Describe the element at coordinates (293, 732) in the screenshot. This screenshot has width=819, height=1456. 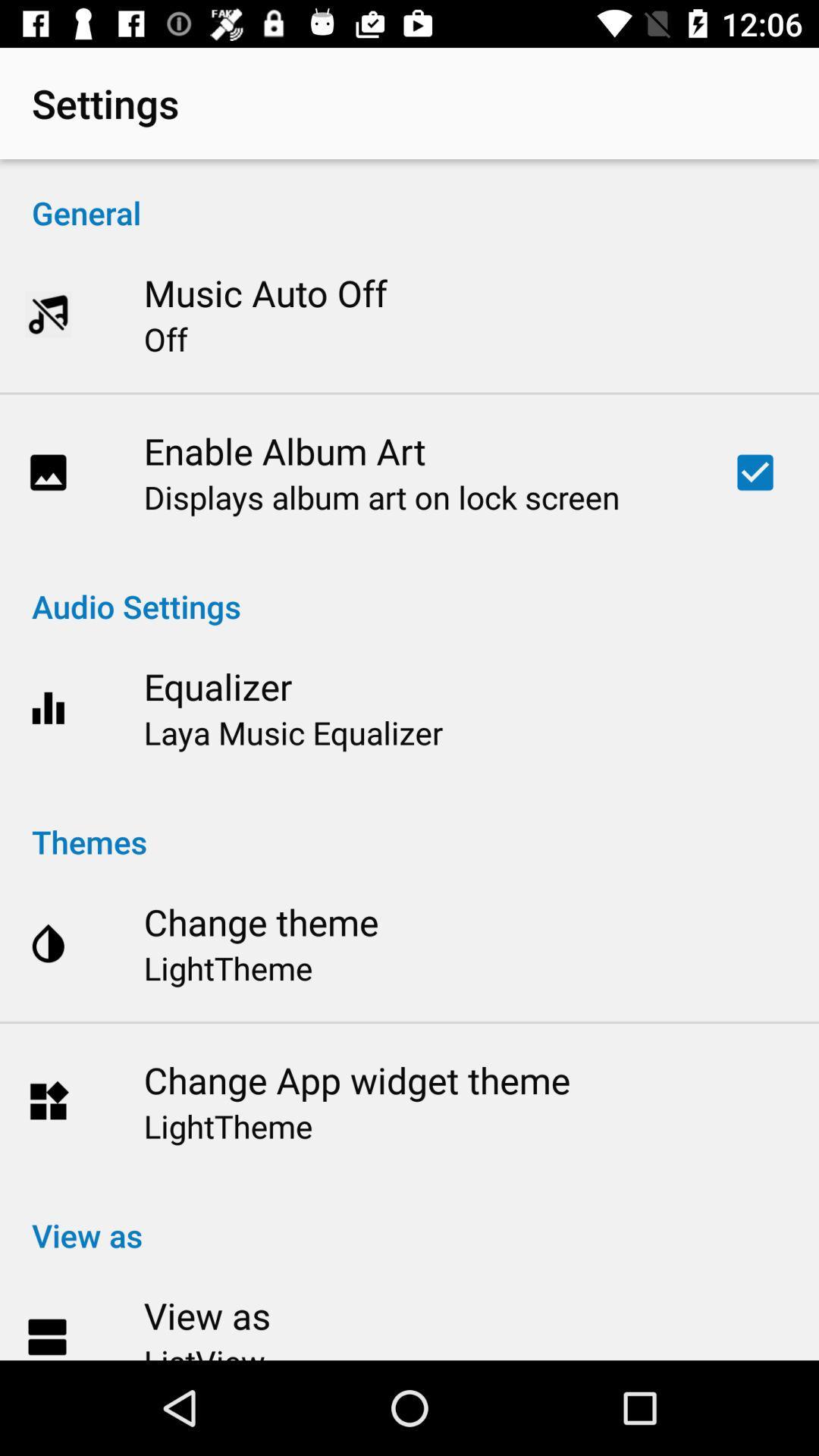
I see `laya music equalizer item` at that location.